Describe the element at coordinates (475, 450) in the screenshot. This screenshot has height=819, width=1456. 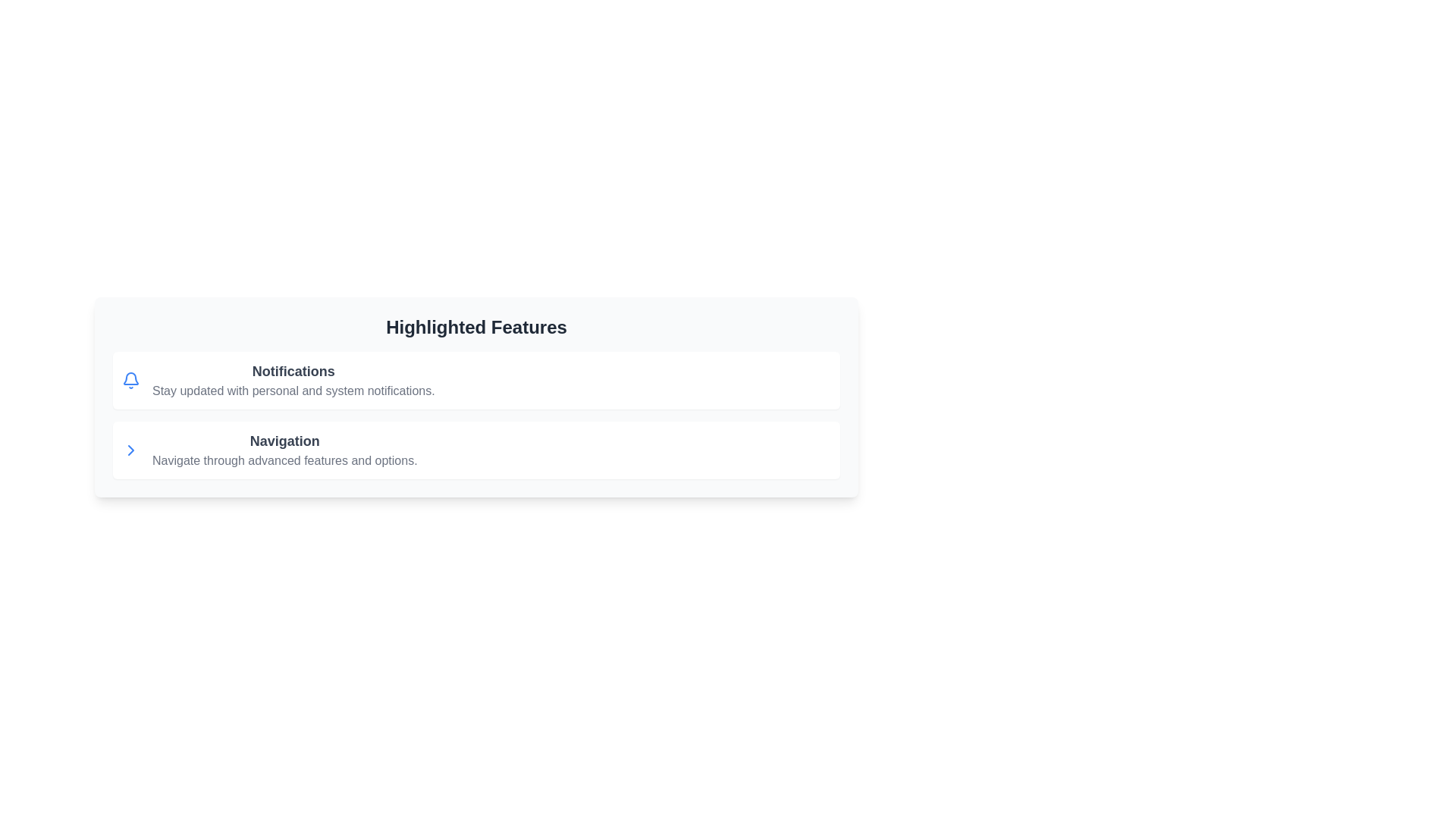
I see `the title 'Navigation' of the Feature entry item element` at that location.